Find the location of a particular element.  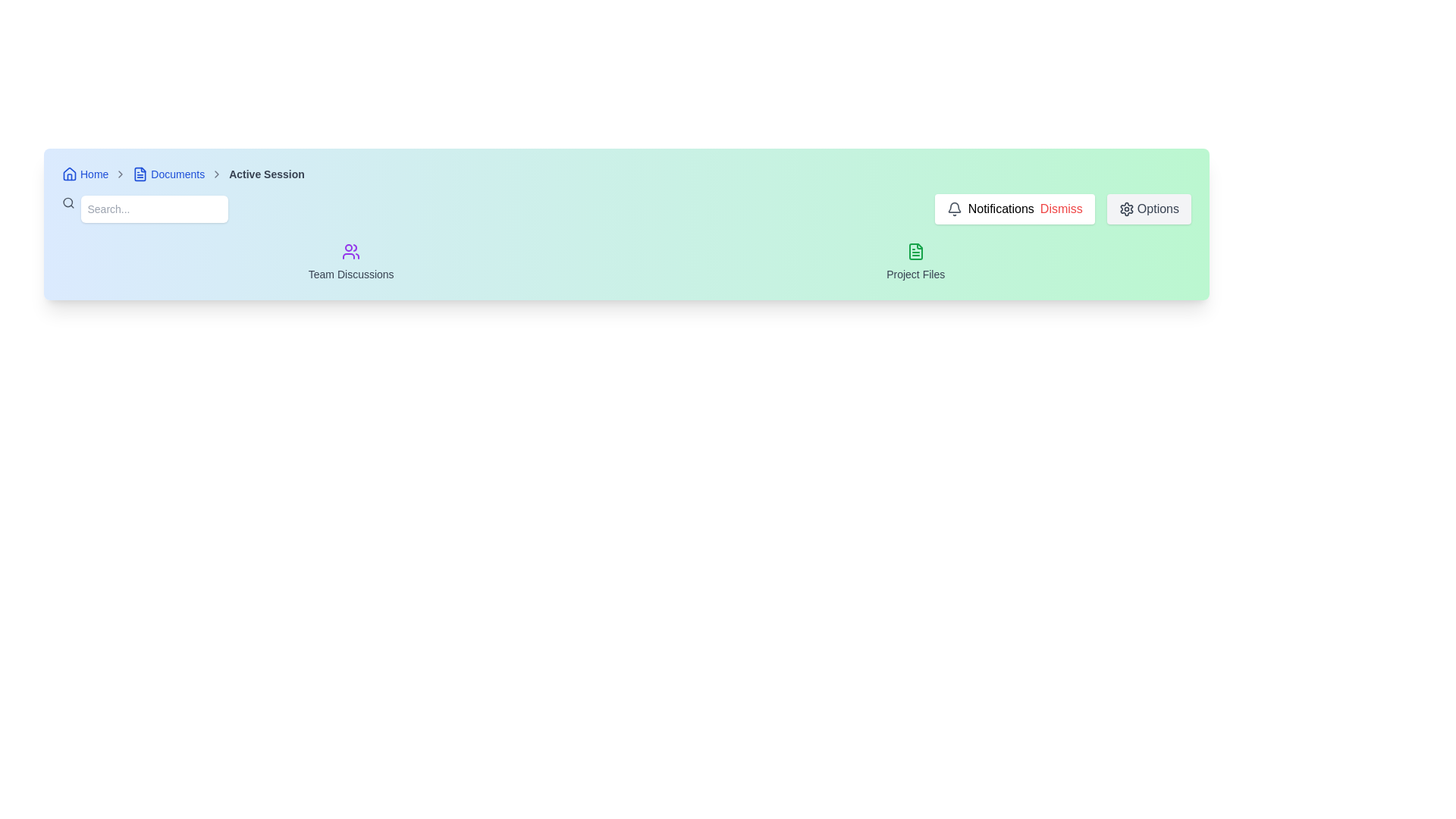

the icon serving as a visual indicator for the 'Documents' link in the navigation breadcrumb menu, located immediately to the left of the 'Documents' text link is located at coordinates (140, 174).